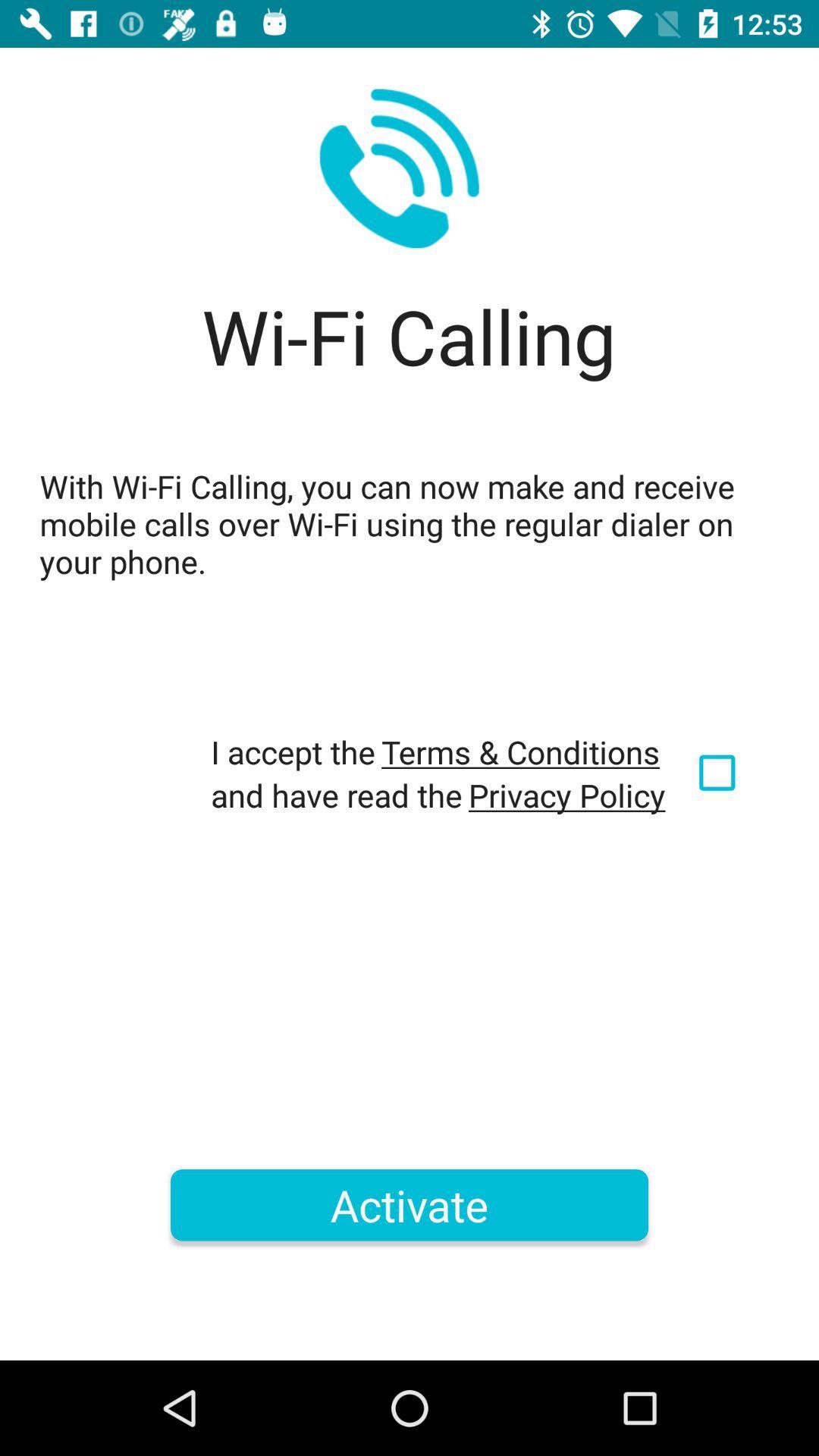 The height and width of the screenshot is (1456, 819). Describe the element at coordinates (398, 168) in the screenshot. I see `app above wi-fi calling icon` at that location.